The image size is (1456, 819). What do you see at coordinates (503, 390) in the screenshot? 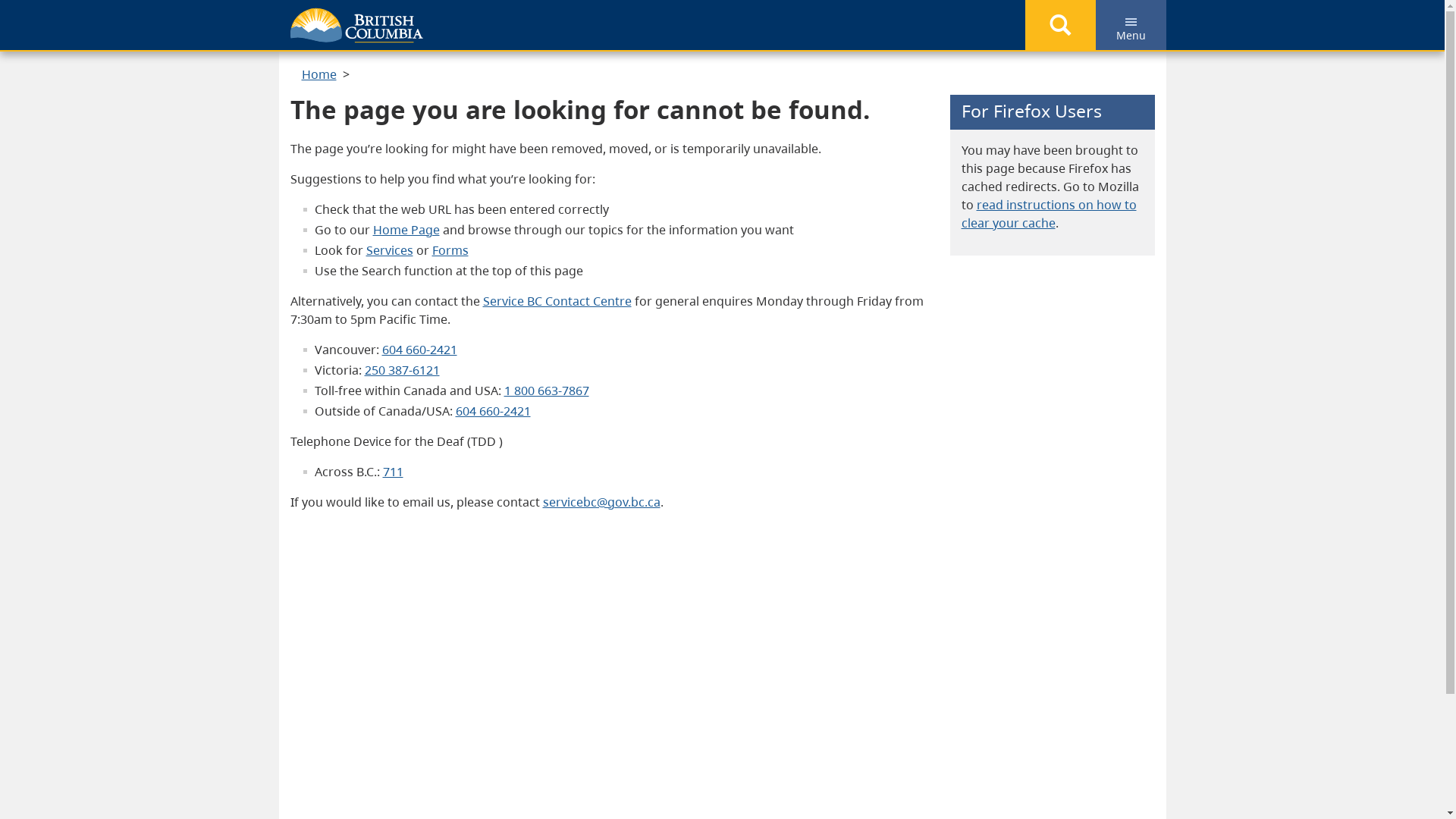
I see `'1 800 663-7867'` at bounding box center [503, 390].